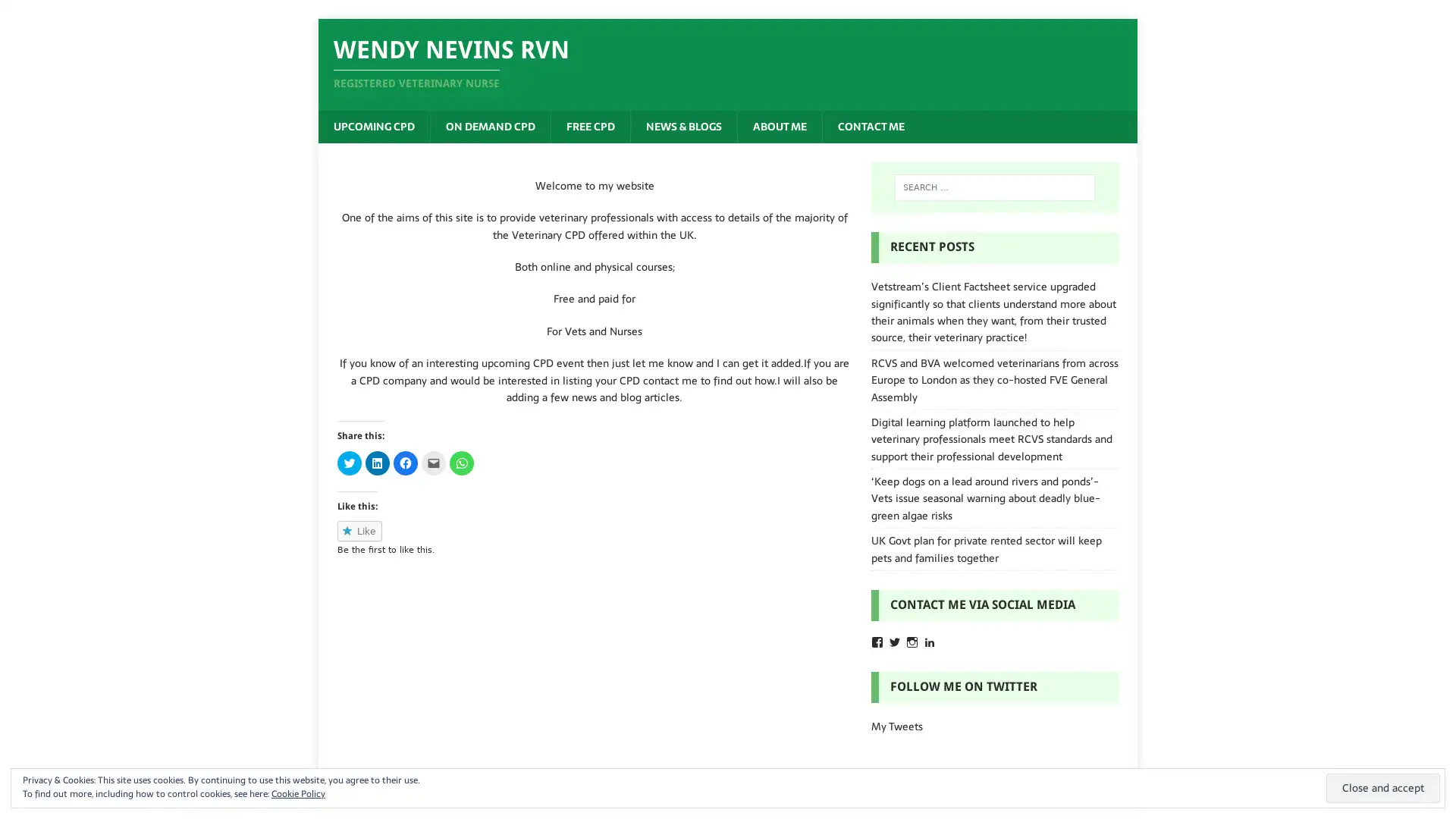  What do you see at coordinates (1383, 787) in the screenshot?
I see `Close and accept` at bounding box center [1383, 787].